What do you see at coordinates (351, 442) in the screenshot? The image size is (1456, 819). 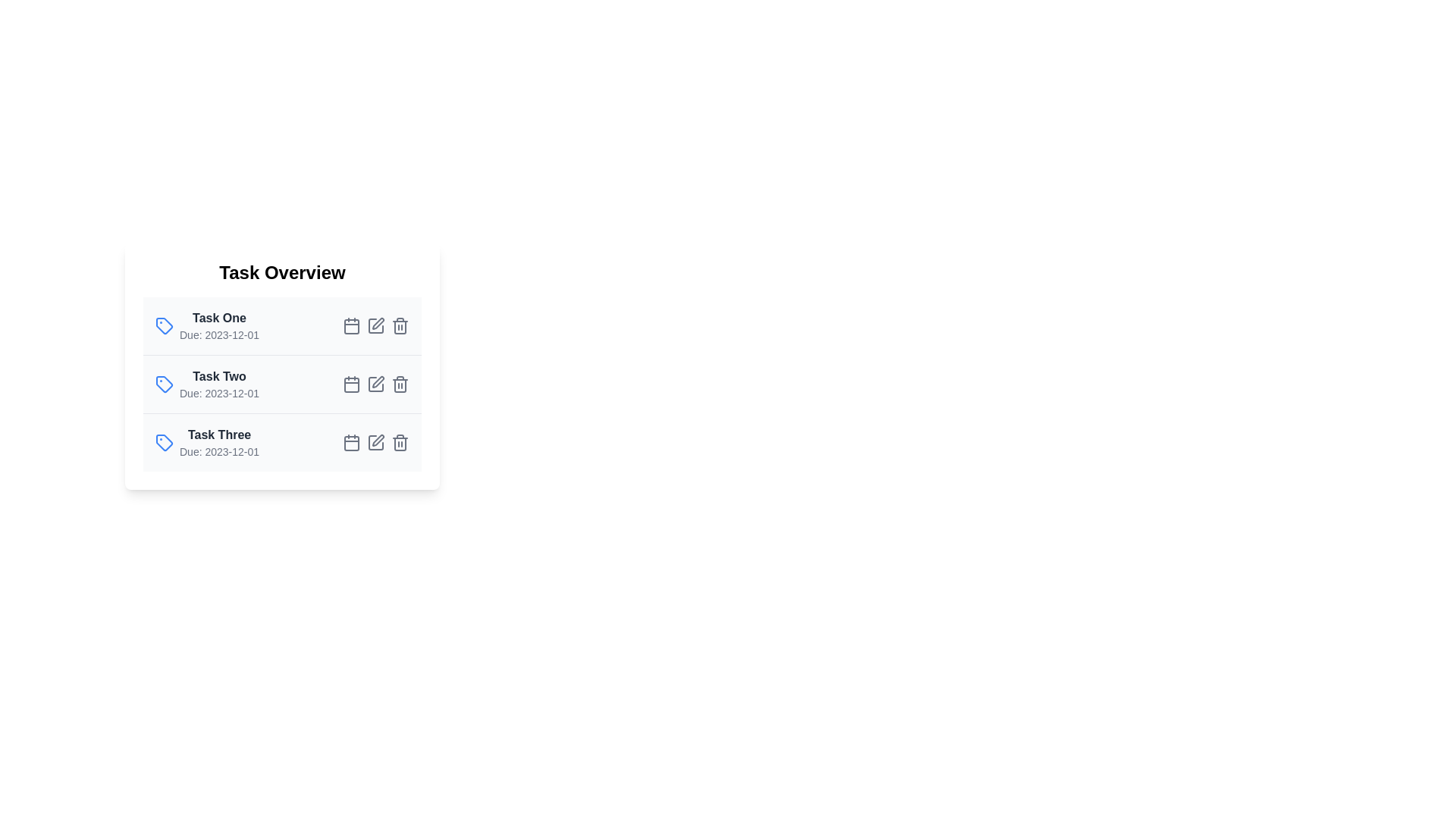 I see `the calendar icon button, which is the first icon in the third task row of the task overview panel` at bounding box center [351, 442].